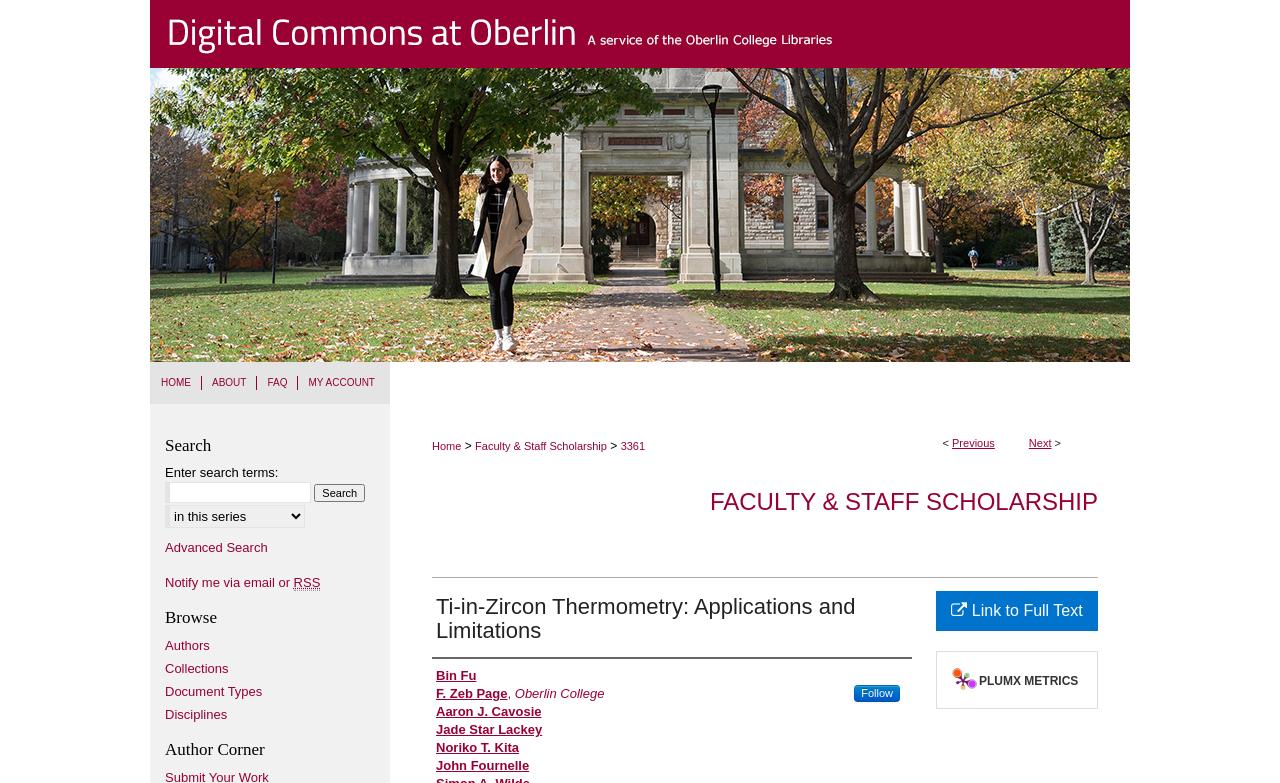 The width and height of the screenshot is (1280, 783). I want to click on 'Disciplines', so click(164, 712).